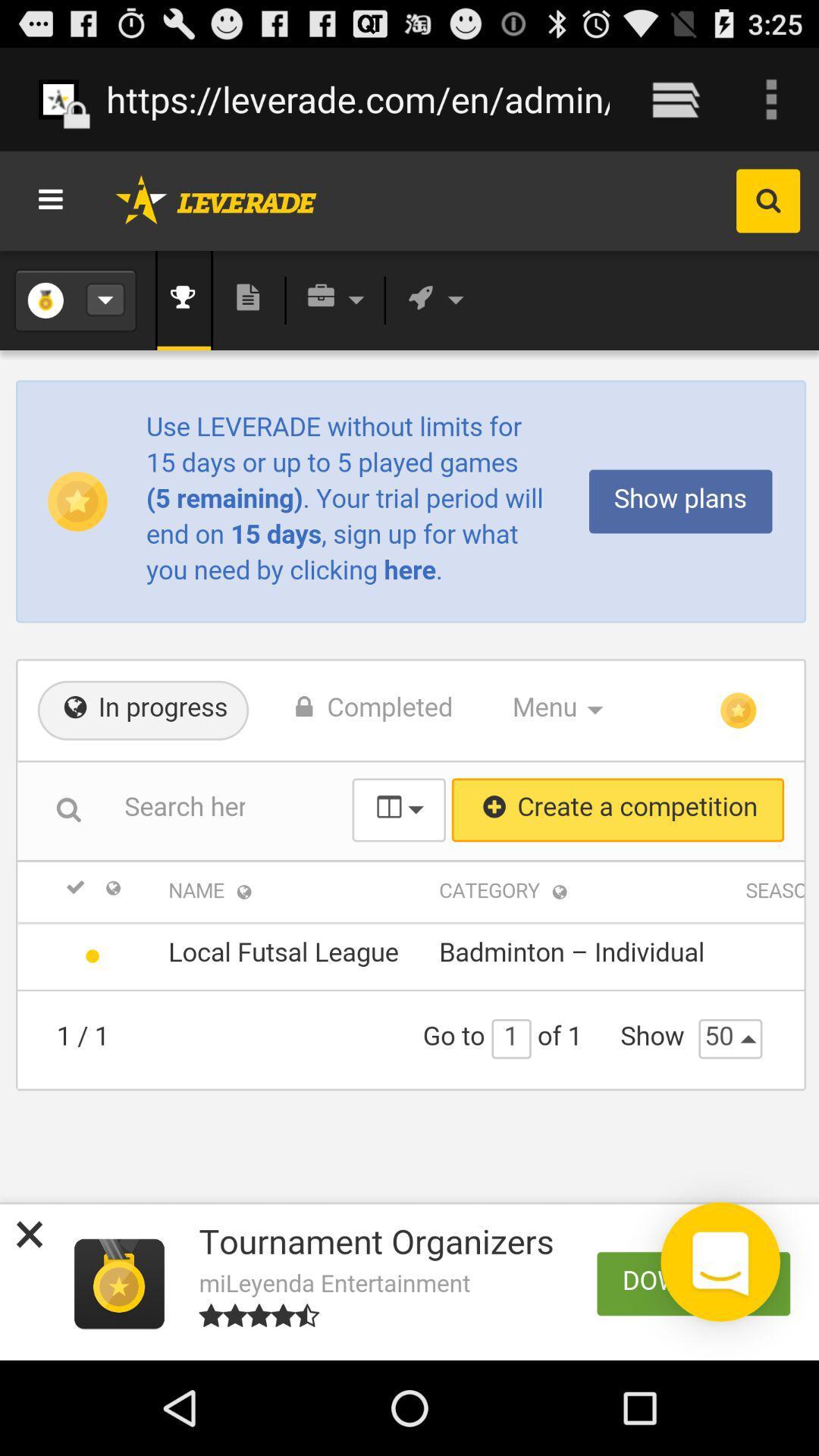 The width and height of the screenshot is (819, 1456). Describe the element at coordinates (409, 755) in the screenshot. I see `item at the center` at that location.